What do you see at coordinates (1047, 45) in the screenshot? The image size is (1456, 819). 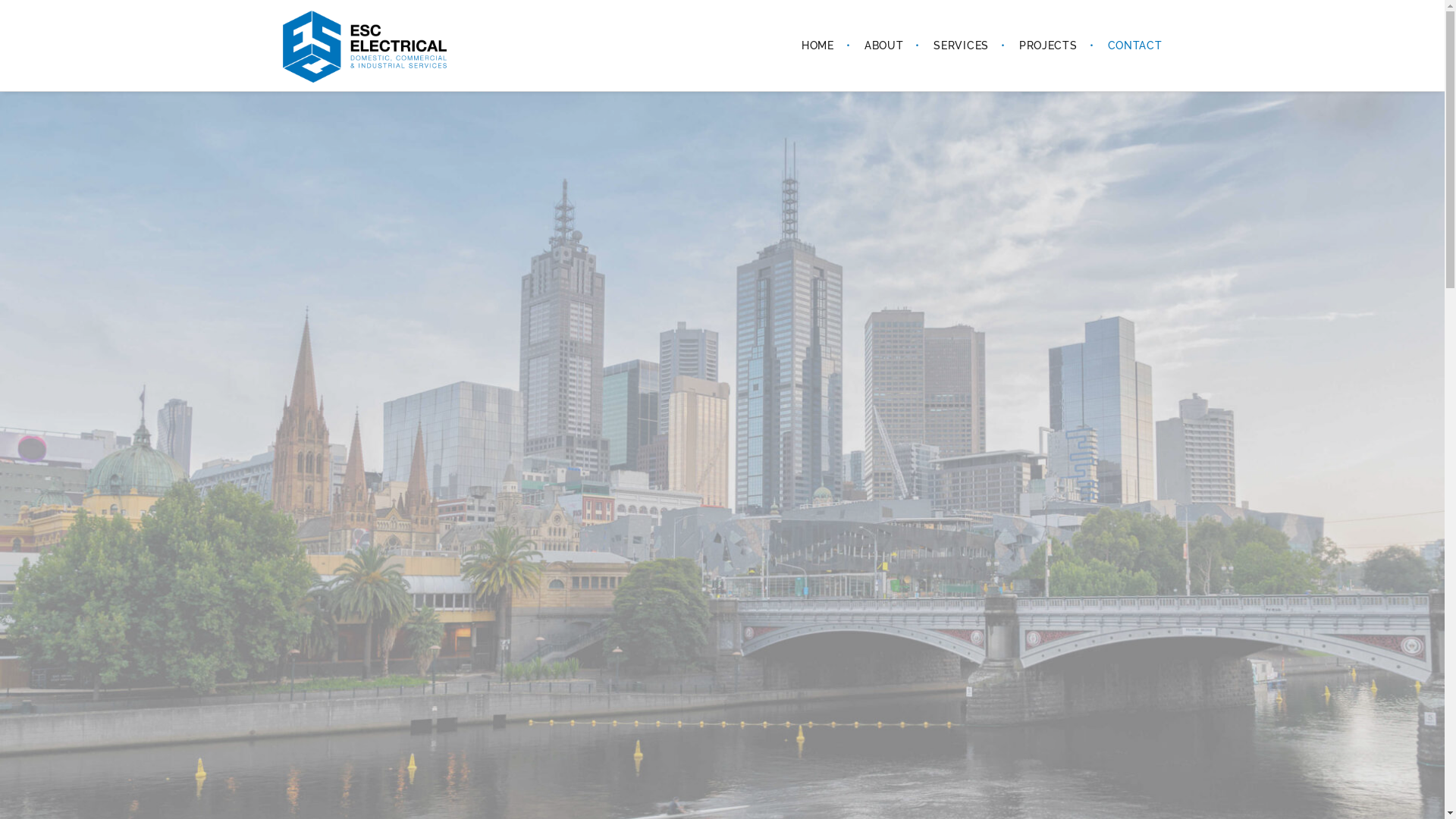 I see `'PROJECTS'` at bounding box center [1047, 45].